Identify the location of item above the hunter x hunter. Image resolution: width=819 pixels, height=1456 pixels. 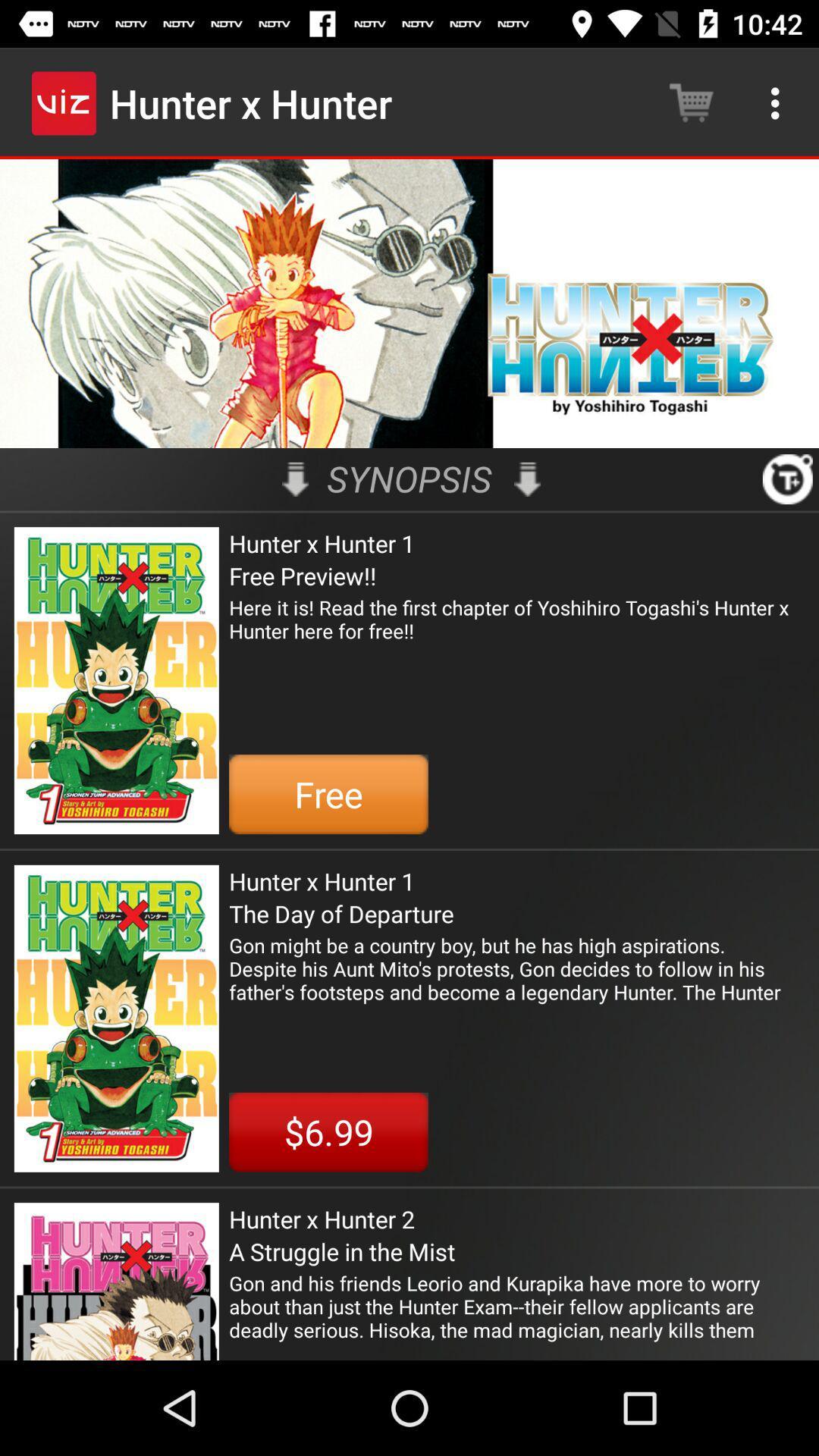
(786, 479).